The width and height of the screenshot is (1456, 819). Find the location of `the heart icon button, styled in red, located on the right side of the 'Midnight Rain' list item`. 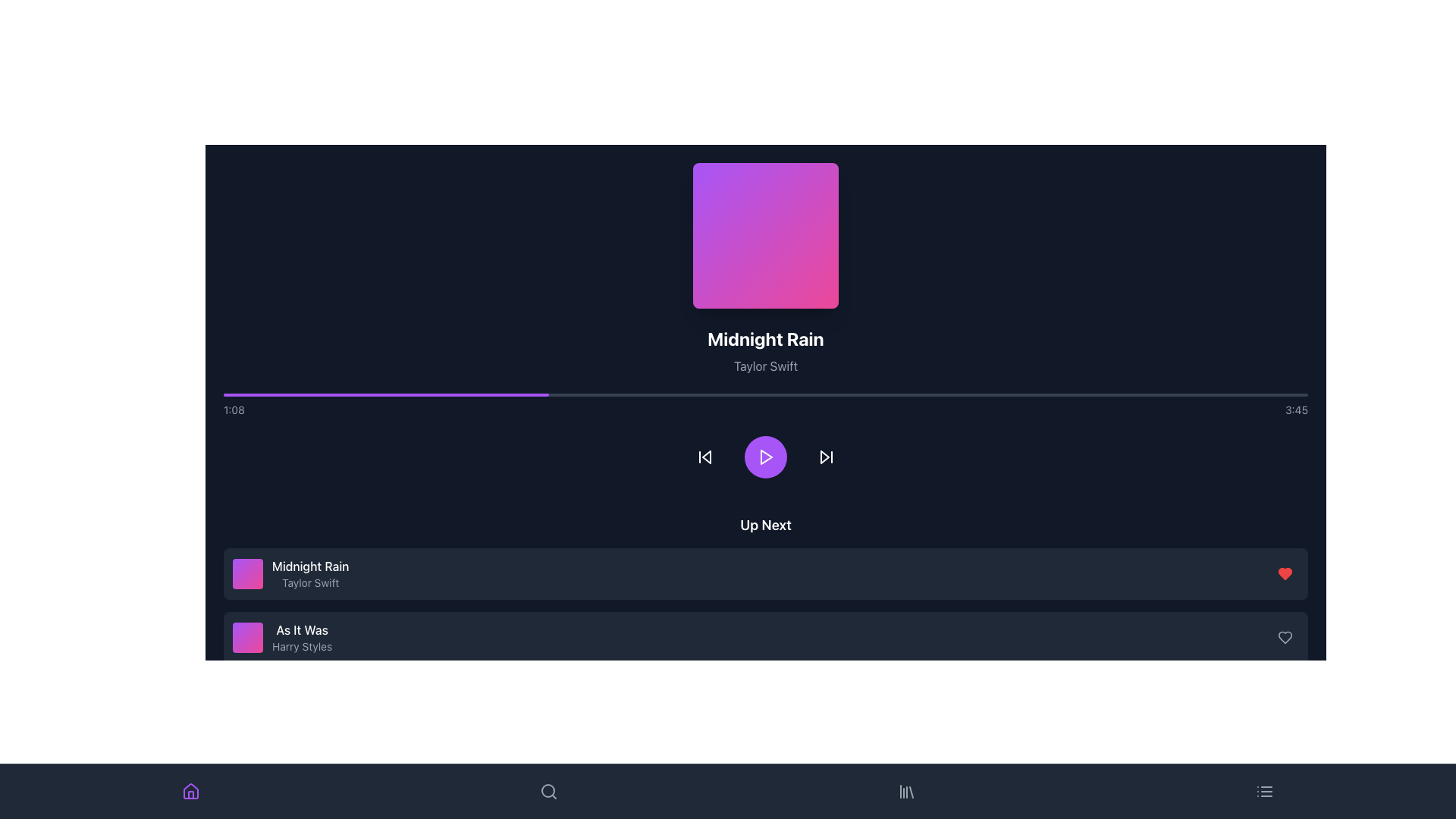

the heart icon button, styled in red, located on the right side of the 'Midnight Rain' list item is located at coordinates (1284, 573).